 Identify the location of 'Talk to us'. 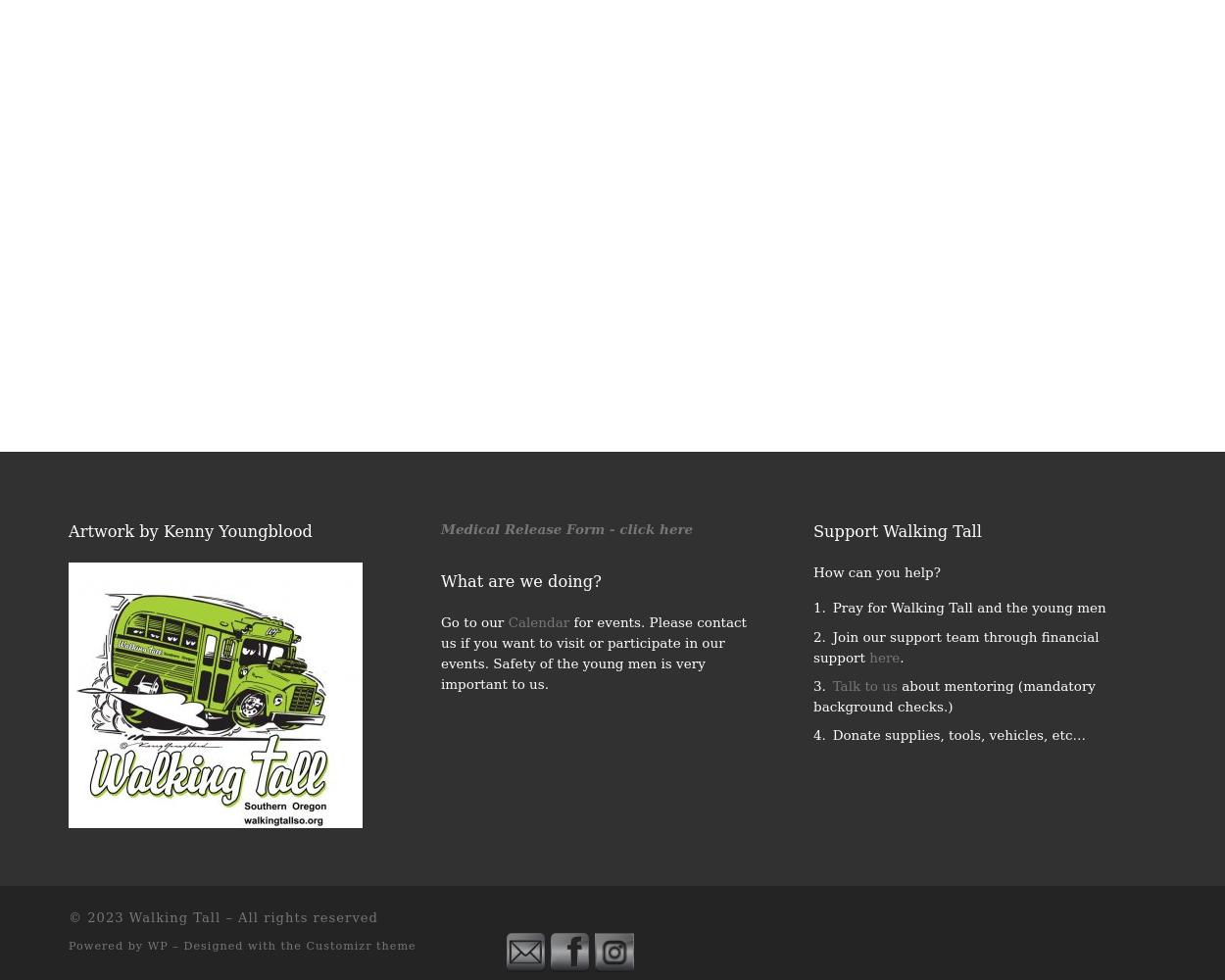
(864, 685).